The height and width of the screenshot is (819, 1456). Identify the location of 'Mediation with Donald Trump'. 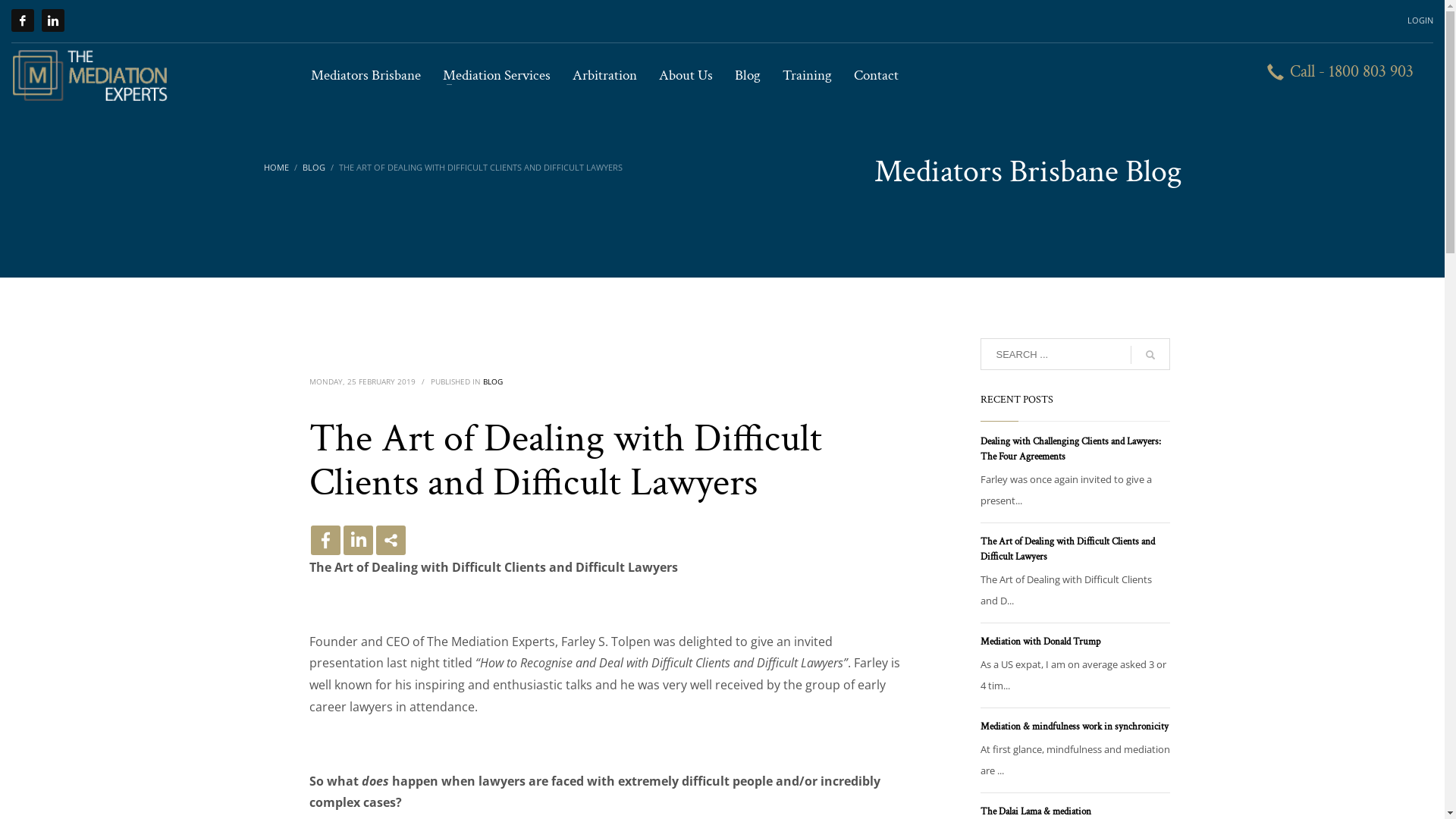
(1039, 642).